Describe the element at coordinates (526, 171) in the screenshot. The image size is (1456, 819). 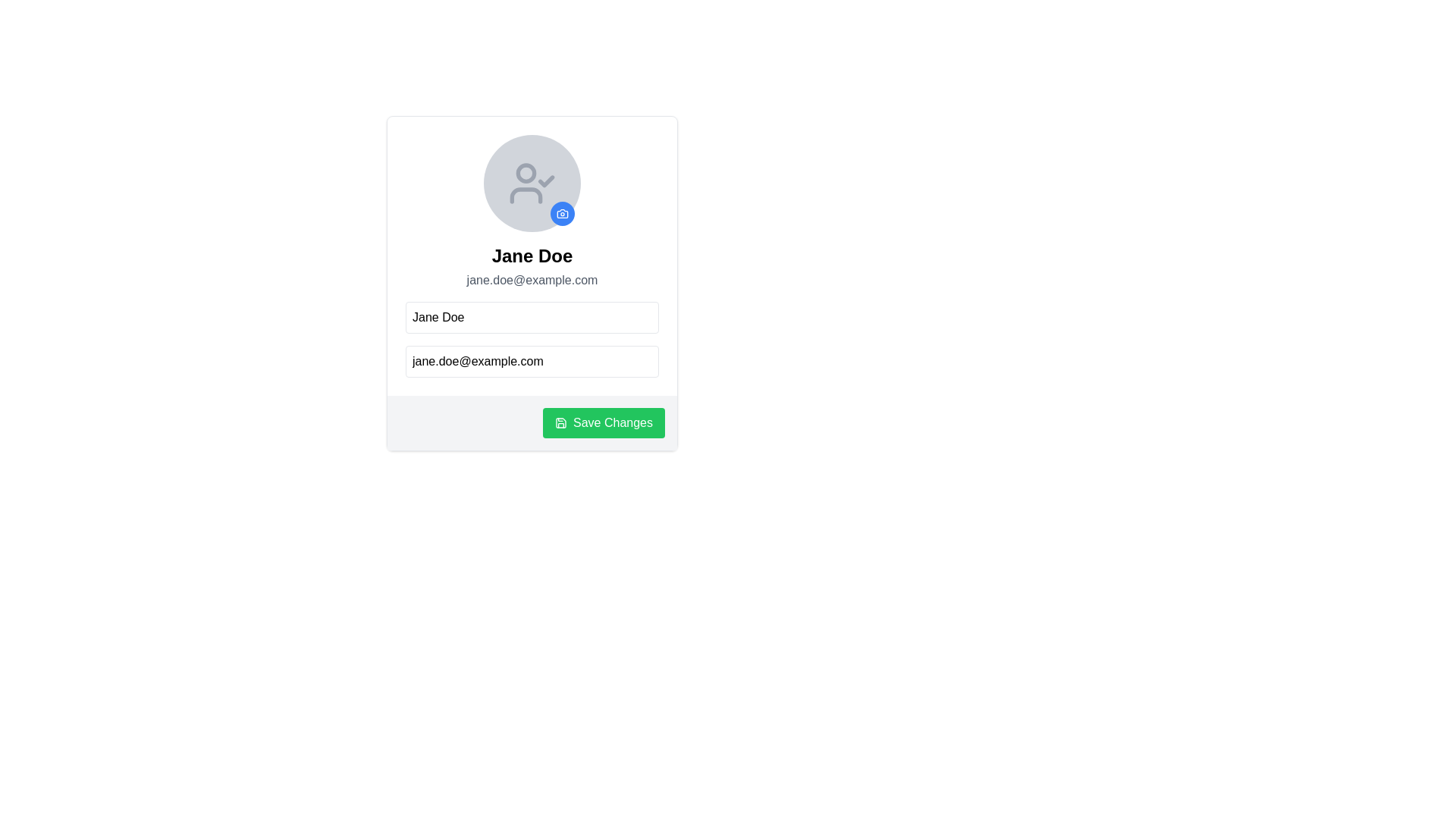
I see `the profile icon element, which is a graphical component representing the user's profile, located centrally at the top of the profile form` at that location.